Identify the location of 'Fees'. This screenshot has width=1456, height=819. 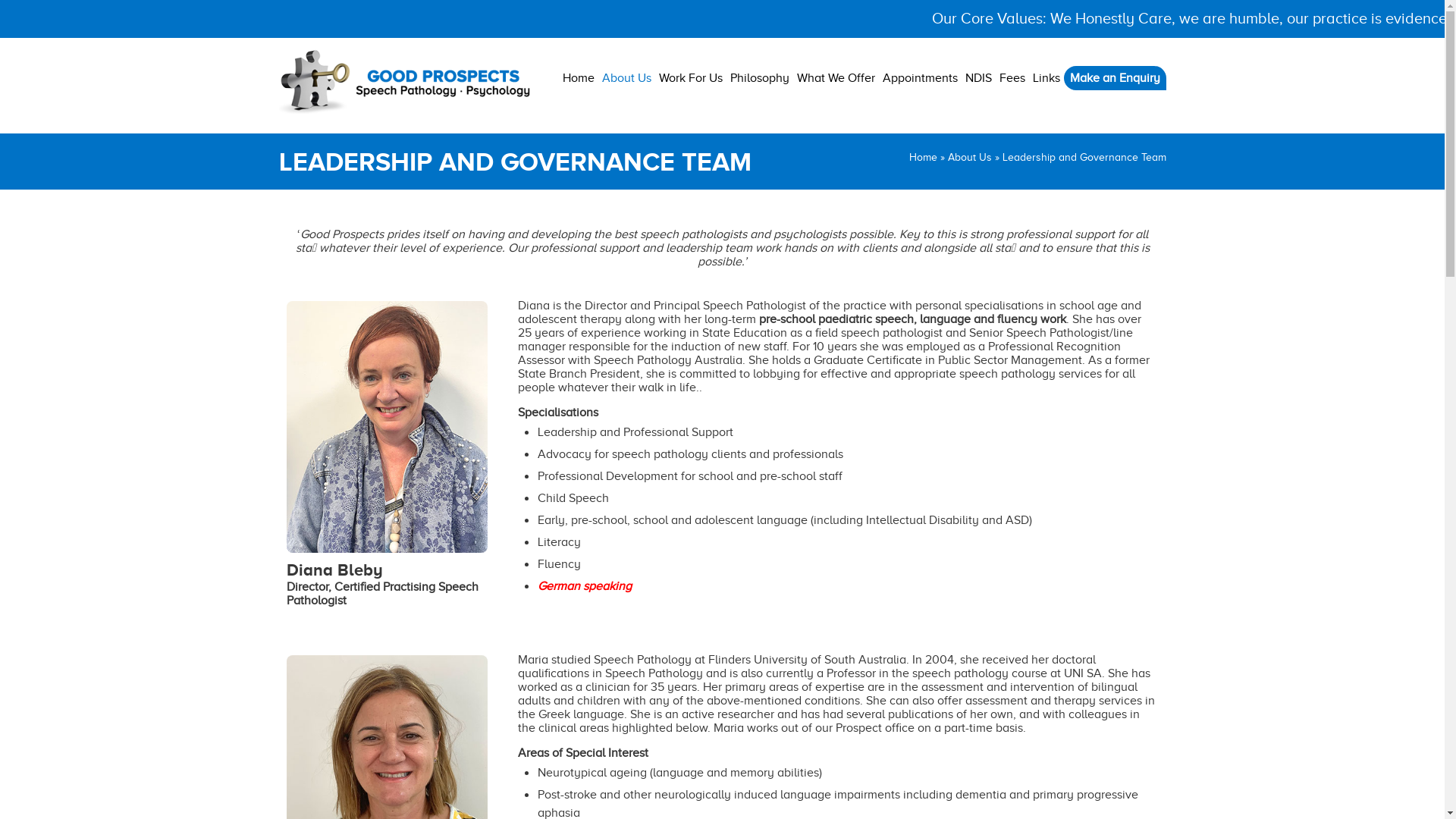
(1012, 78).